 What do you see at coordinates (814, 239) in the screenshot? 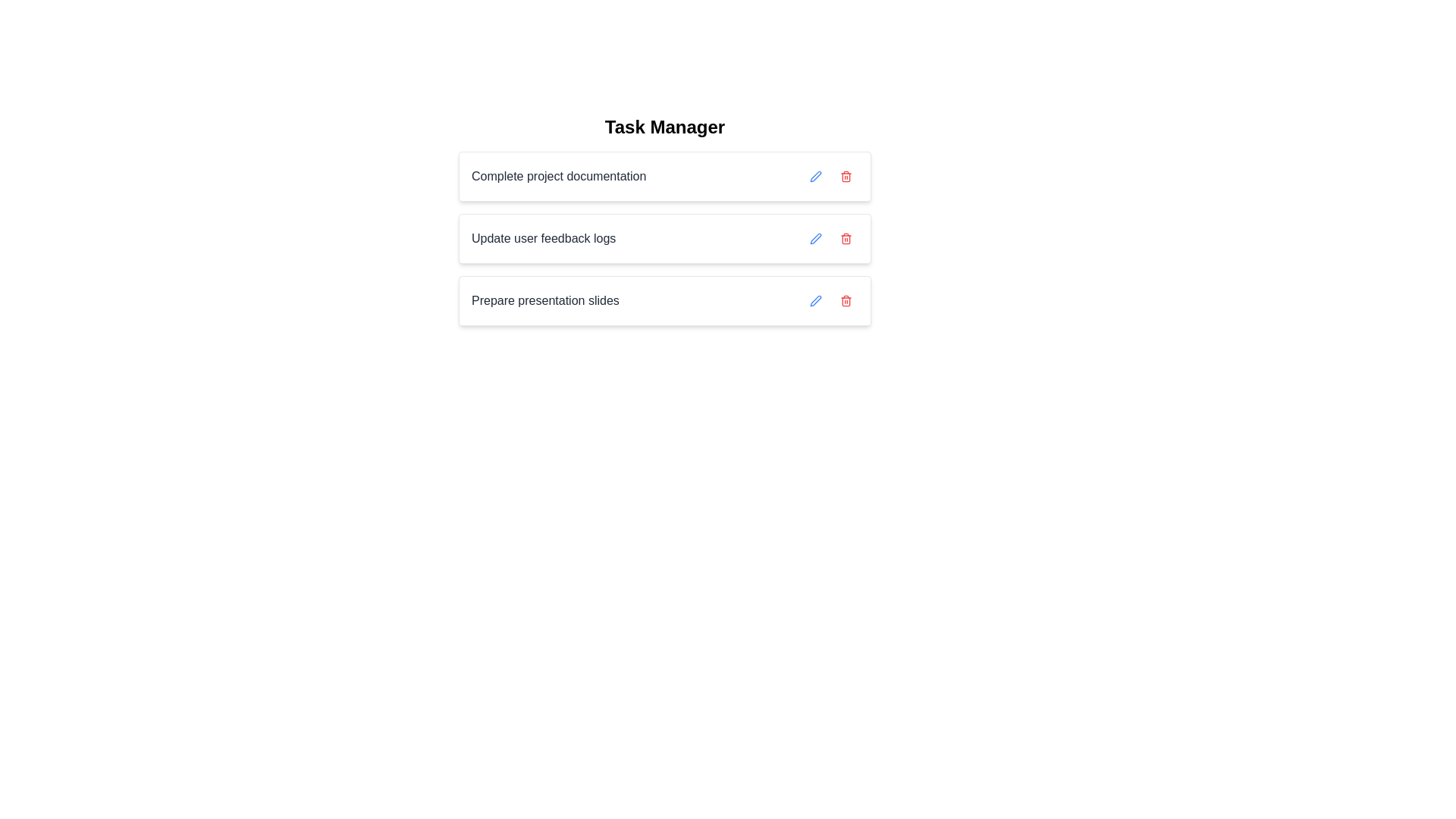
I see `the edit button for the task 'Update user feedback logs'` at bounding box center [814, 239].